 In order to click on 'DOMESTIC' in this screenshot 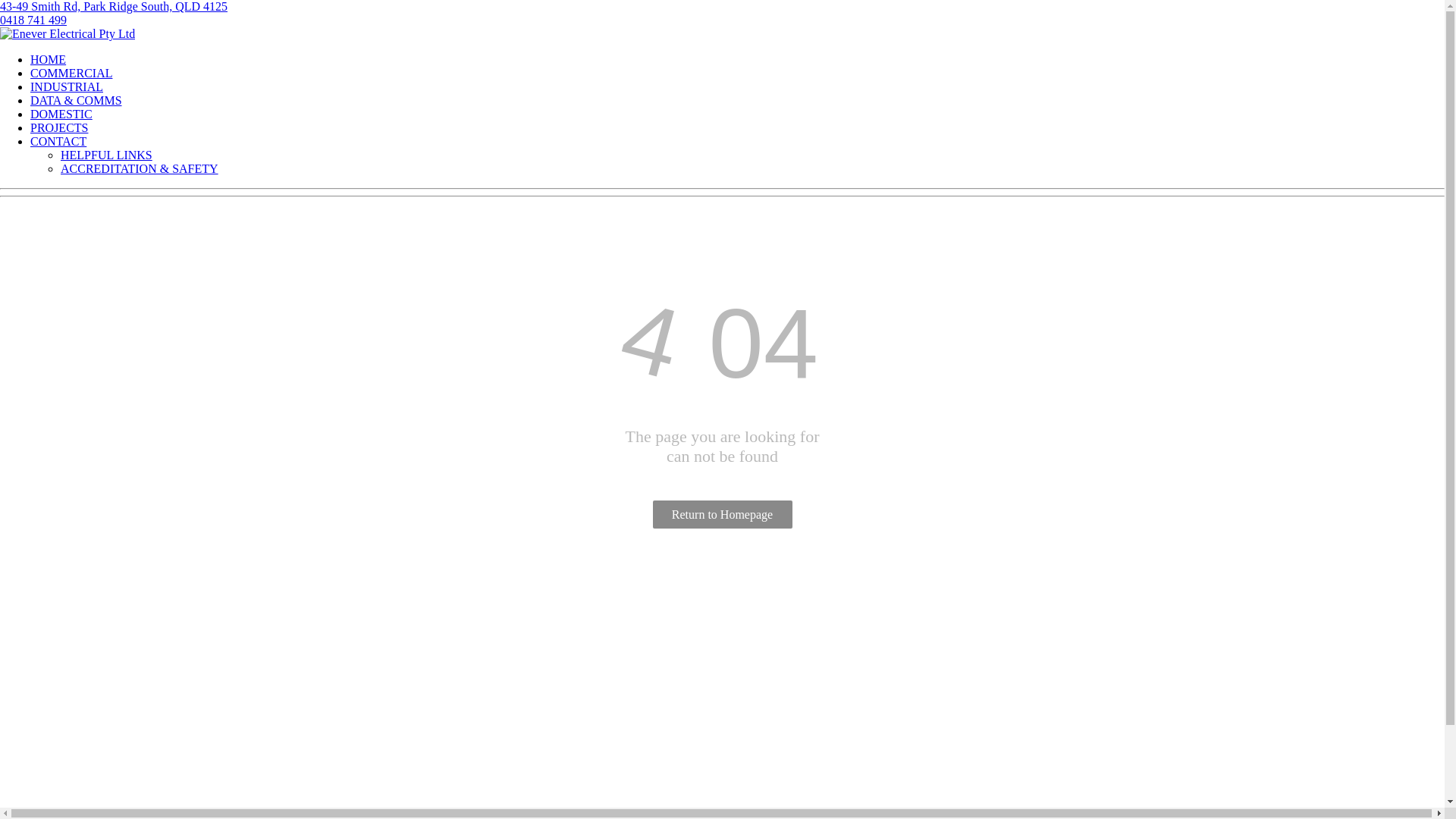, I will do `click(61, 113)`.